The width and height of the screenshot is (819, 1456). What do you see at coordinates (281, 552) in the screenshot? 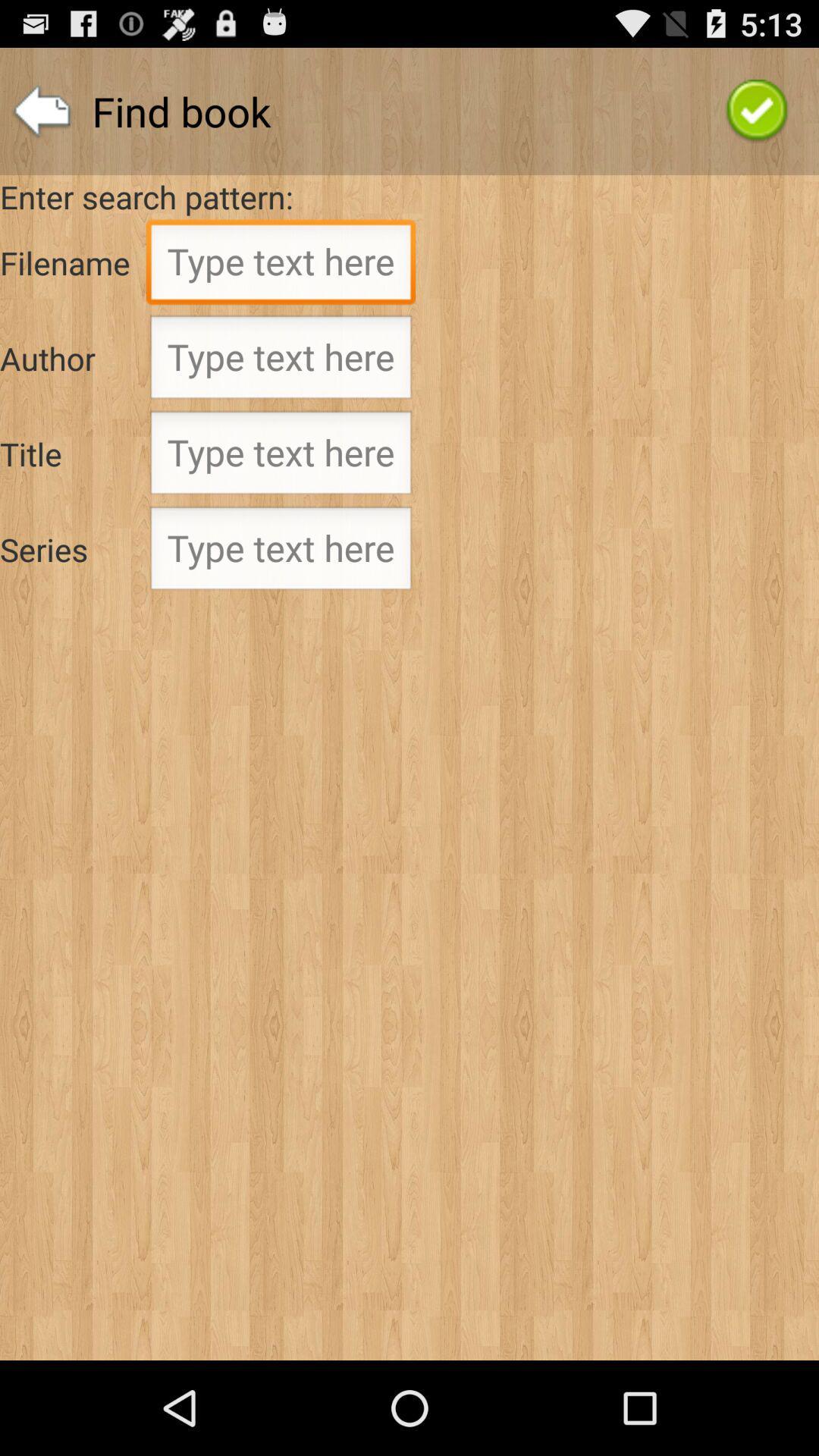
I see `book search by series` at bounding box center [281, 552].